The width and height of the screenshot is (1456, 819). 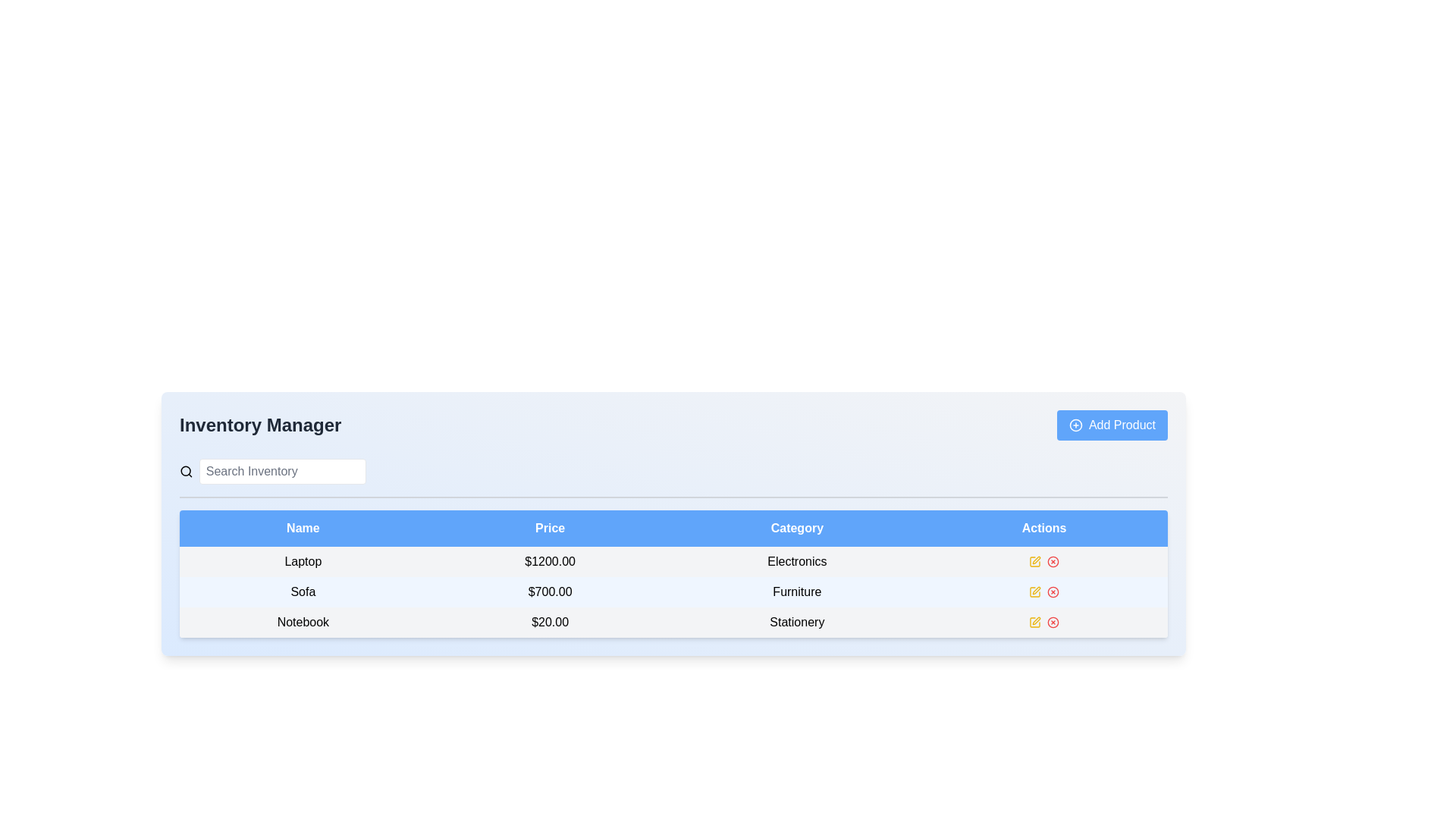 What do you see at coordinates (282, 470) in the screenshot?
I see `on the 'Search Inventory' text input box, which is a rectangular input field with rounded corners located under the 'Inventory Manager' title` at bounding box center [282, 470].